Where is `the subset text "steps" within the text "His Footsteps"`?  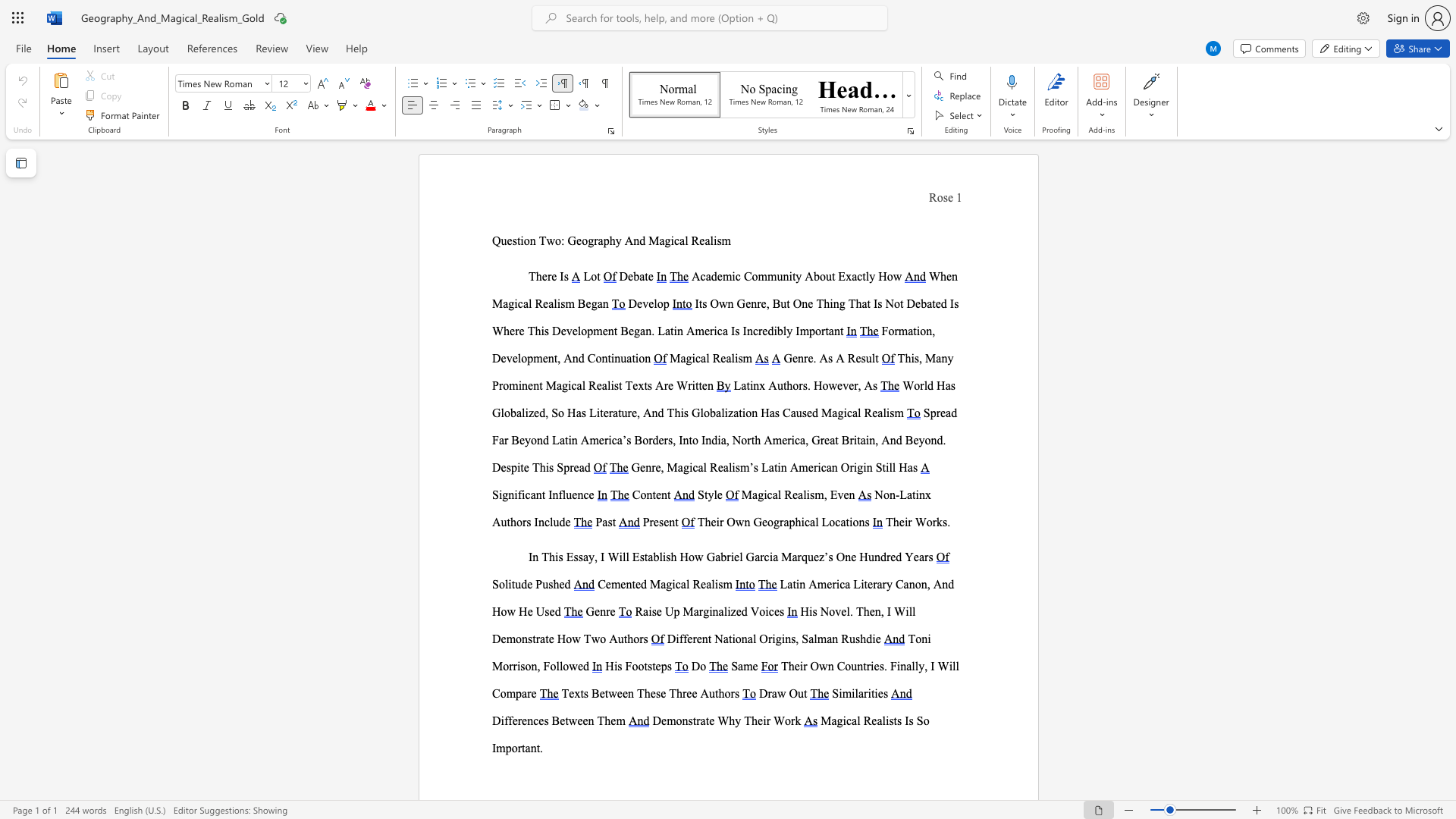
the subset text "steps" within the text "His Footsteps" is located at coordinates (647, 665).